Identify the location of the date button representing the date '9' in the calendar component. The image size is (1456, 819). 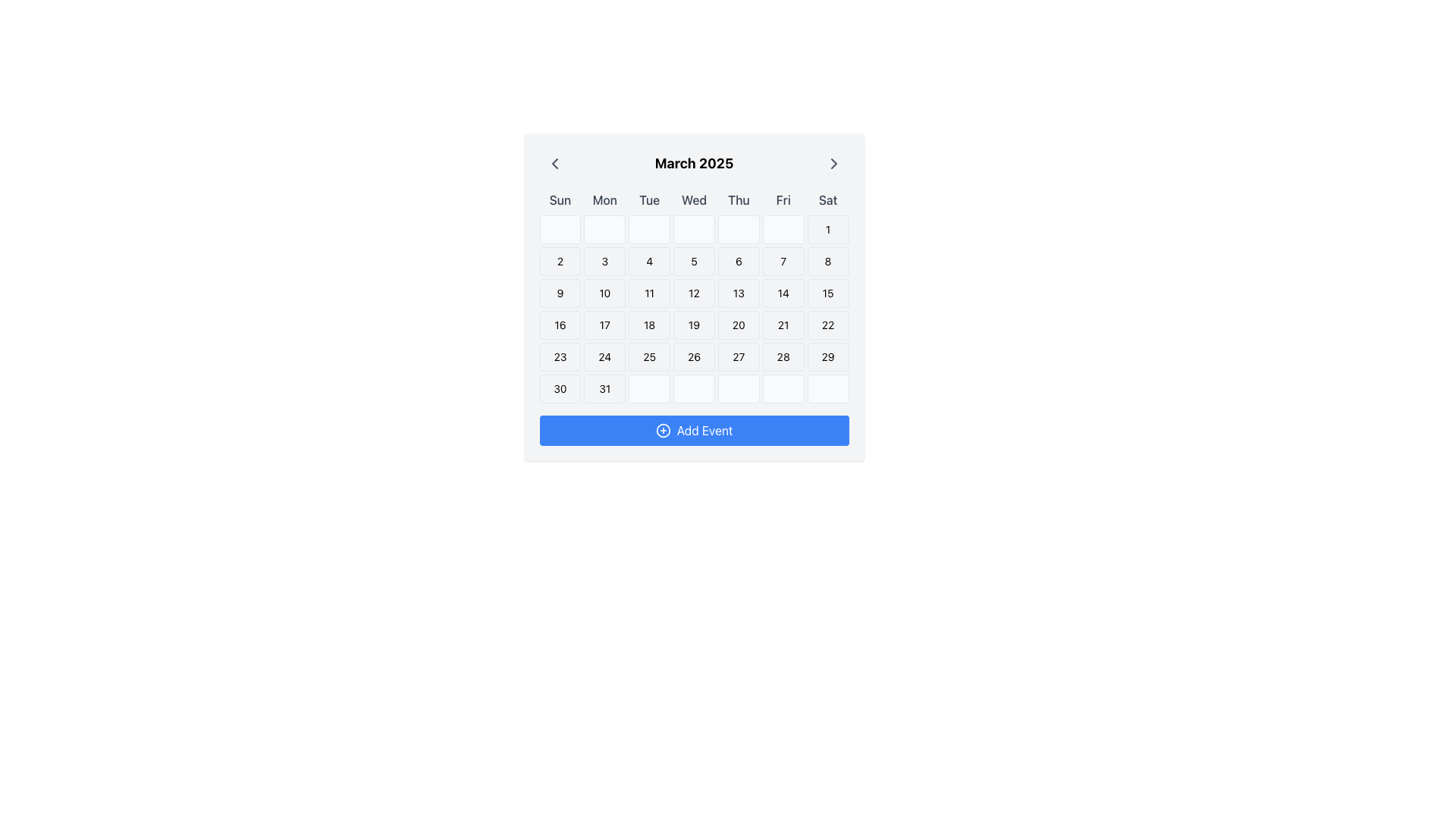
(560, 293).